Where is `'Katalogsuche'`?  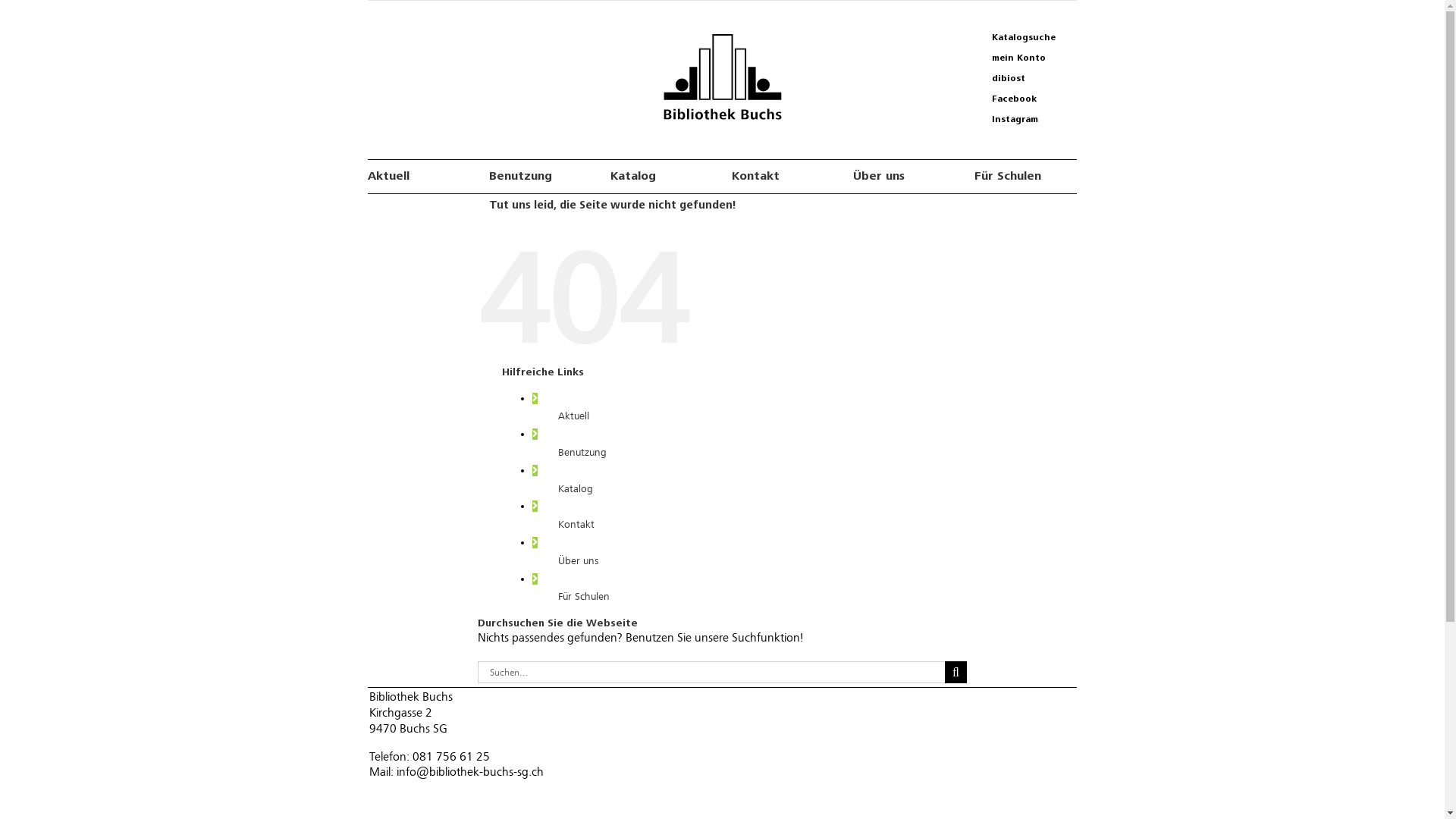 'Katalogsuche' is located at coordinates (1023, 37).